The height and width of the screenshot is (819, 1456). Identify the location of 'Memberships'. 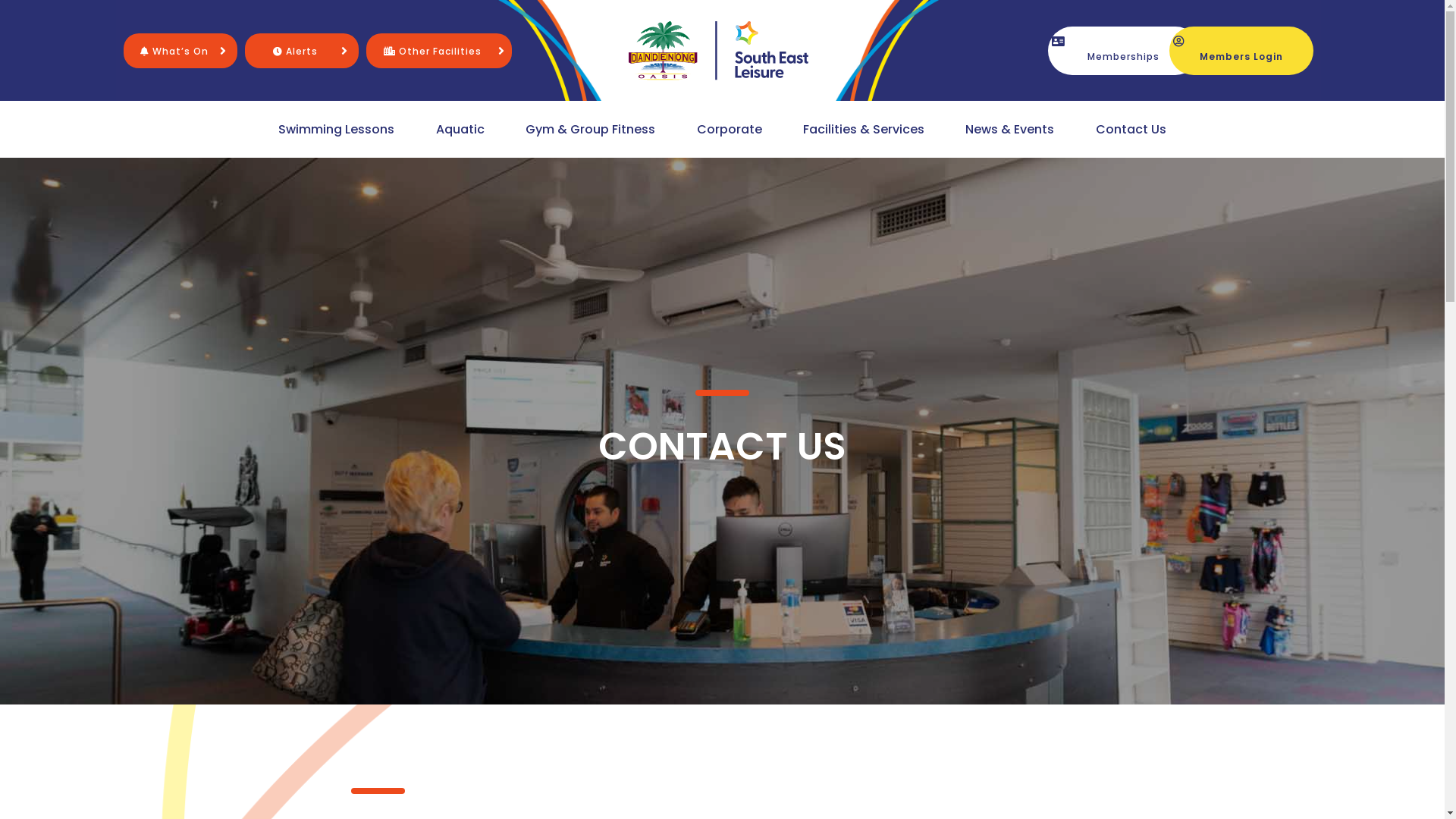
(1047, 49).